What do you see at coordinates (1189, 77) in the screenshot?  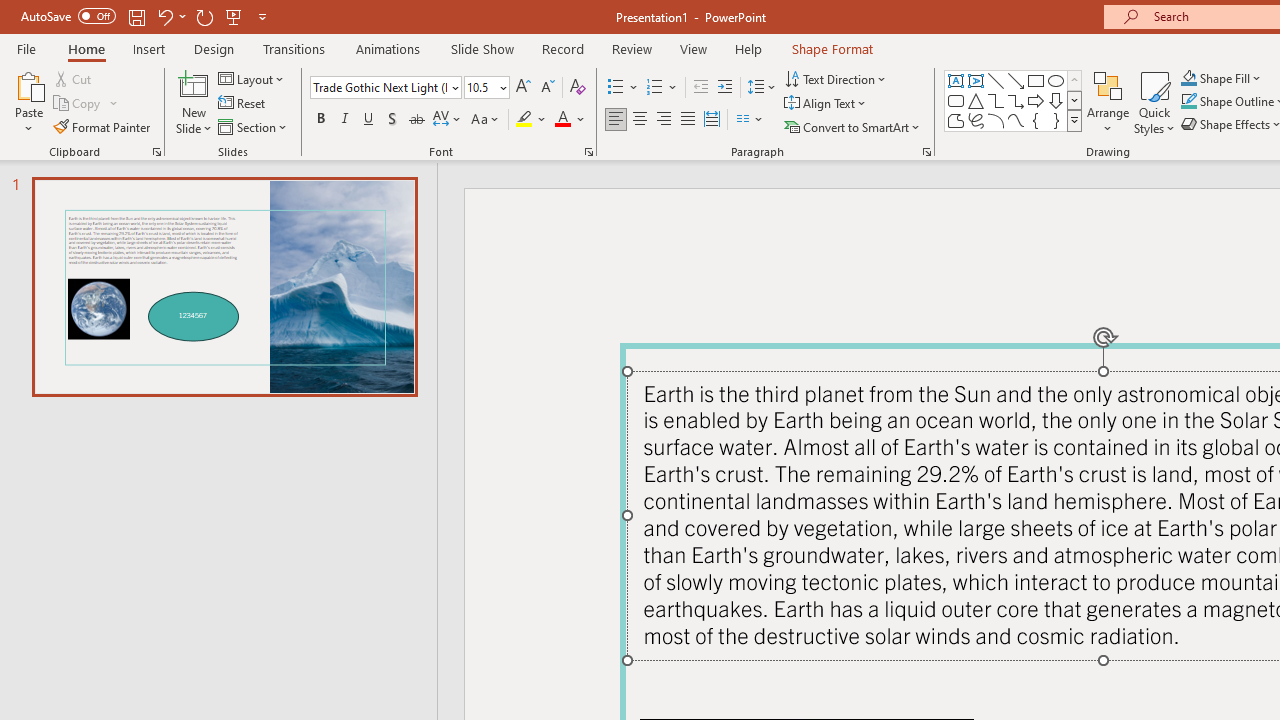 I see `'Shape Fill Aqua, Accent 2'` at bounding box center [1189, 77].